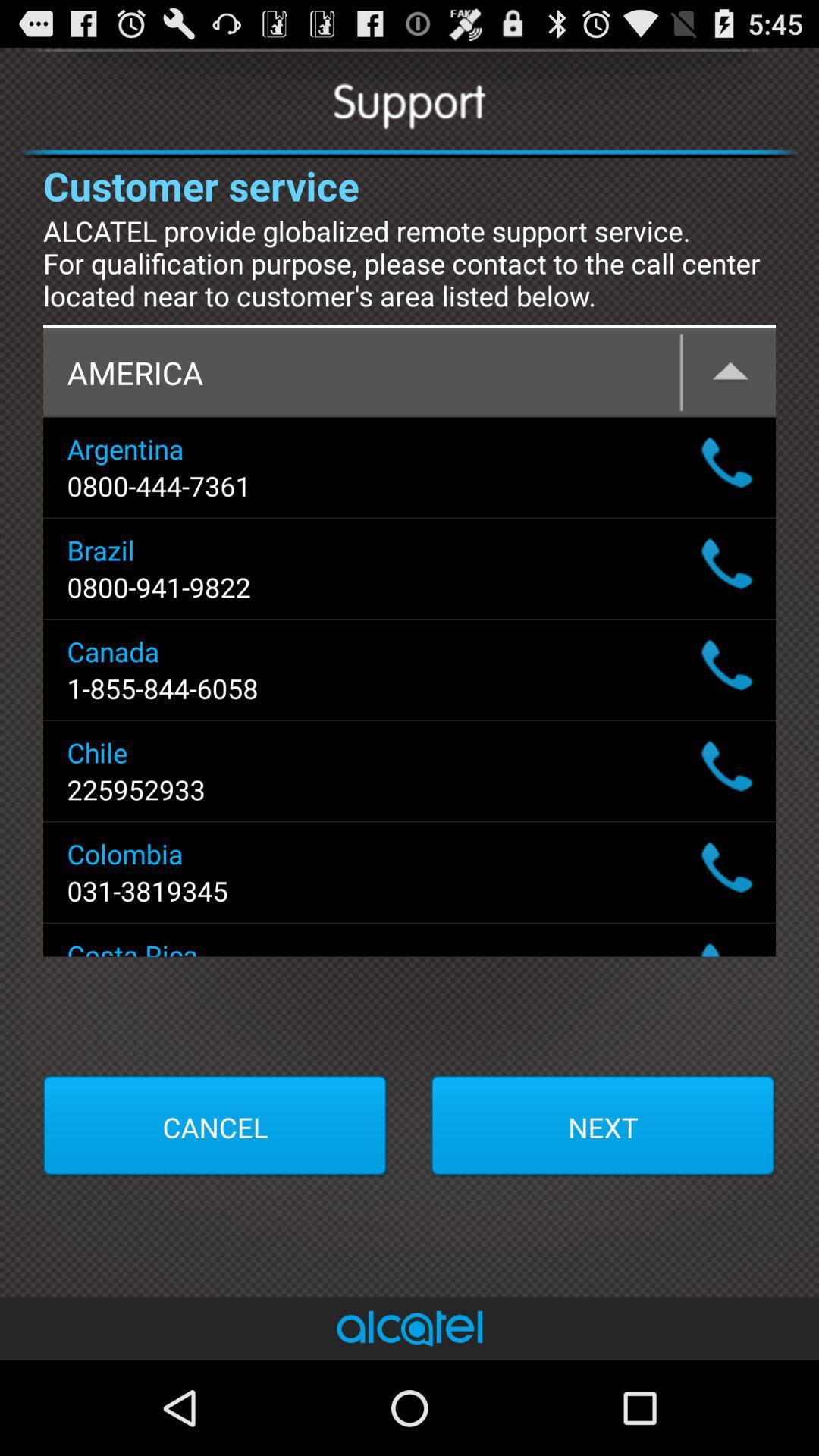 Image resolution: width=819 pixels, height=1456 pixels. I want to click on the text america, so click(409, 372).